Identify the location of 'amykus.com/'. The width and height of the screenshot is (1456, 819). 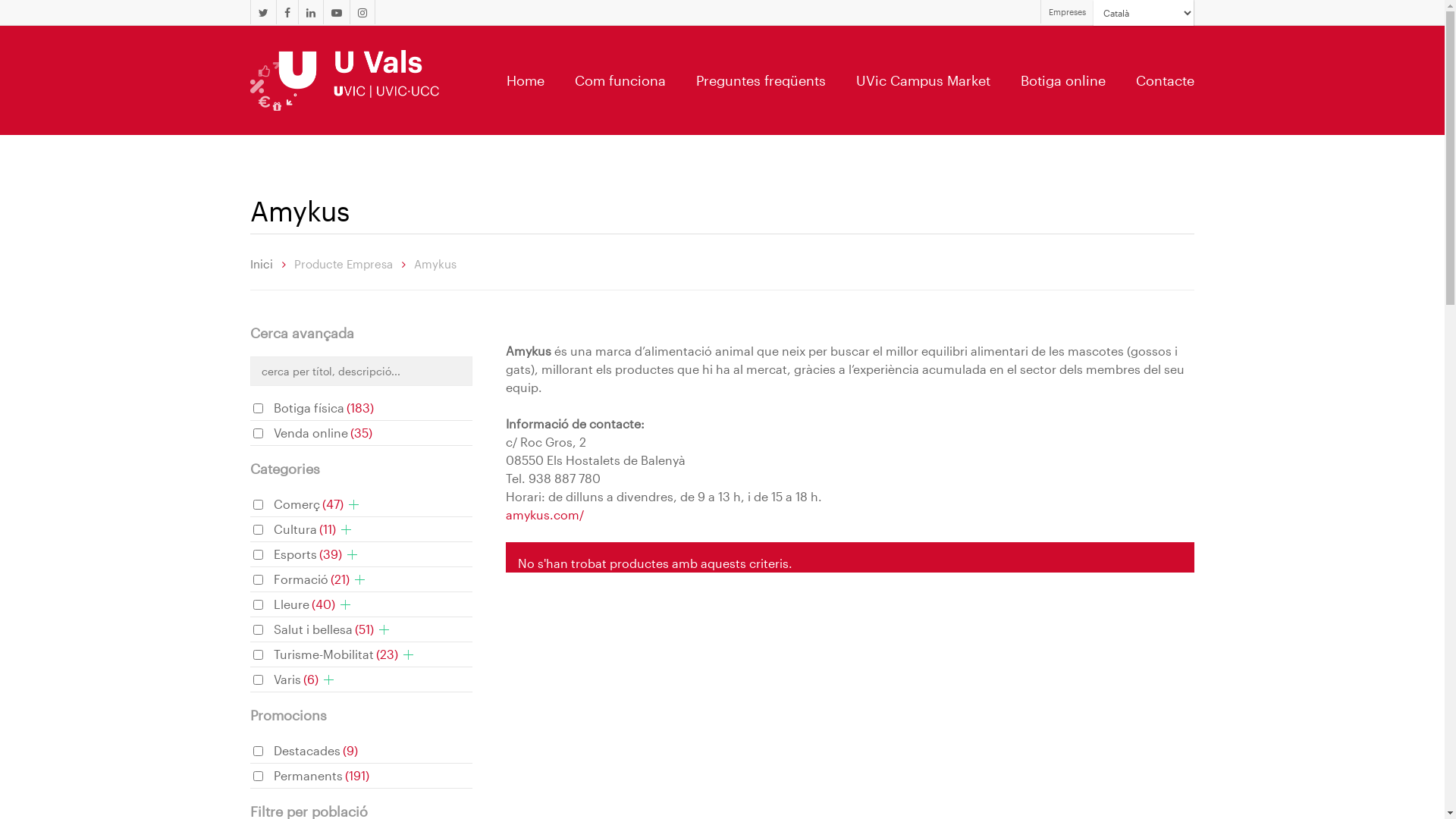
(544, 513).